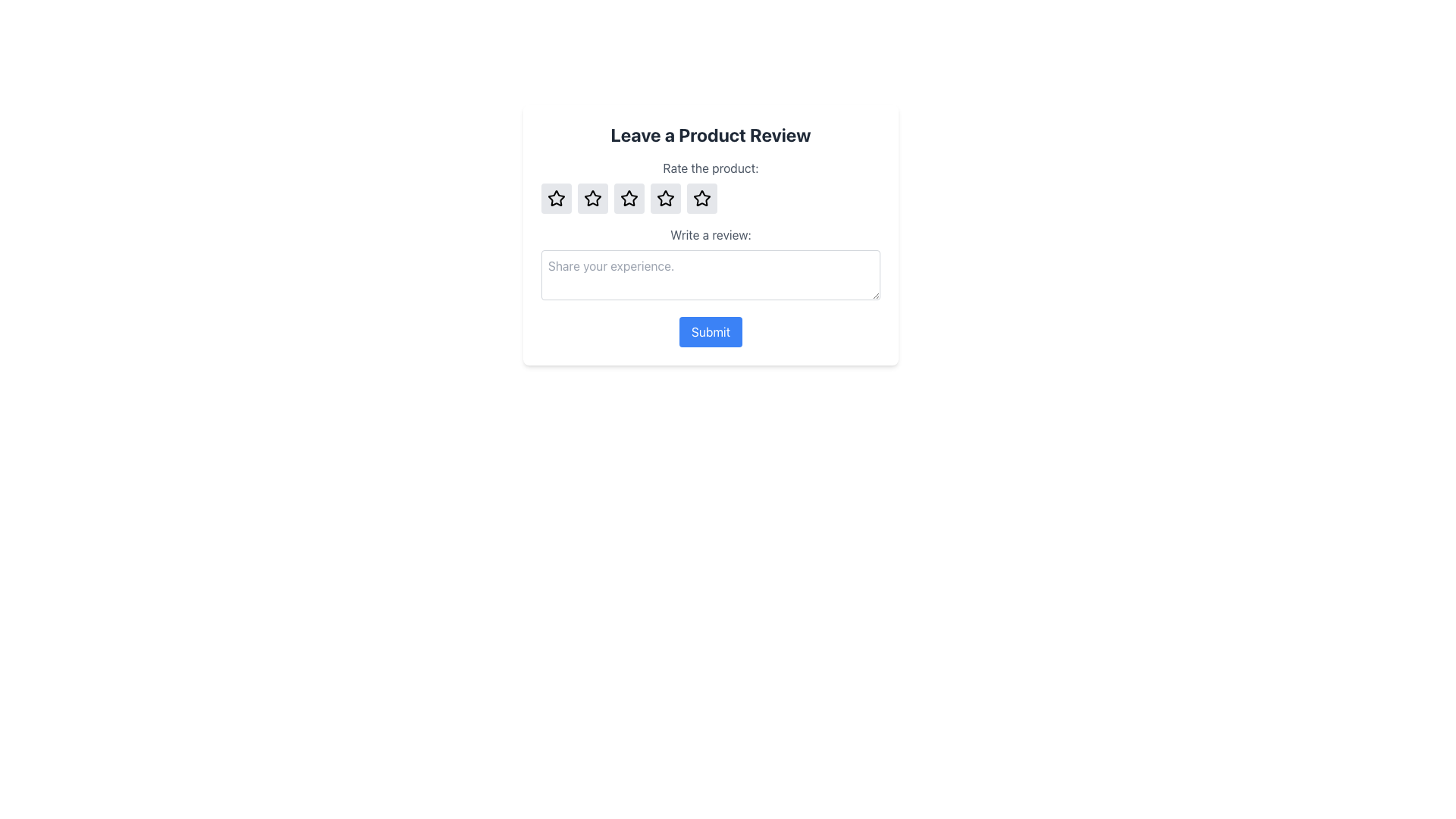 This screenshot has width=1456, height=819. Describe the element at coordinates (701, 198) in the screenshot. I see `the fifth star-shaped icon in the row below the 'Rate the product:' text in the 'Leave a Product Review' modal` at that location.